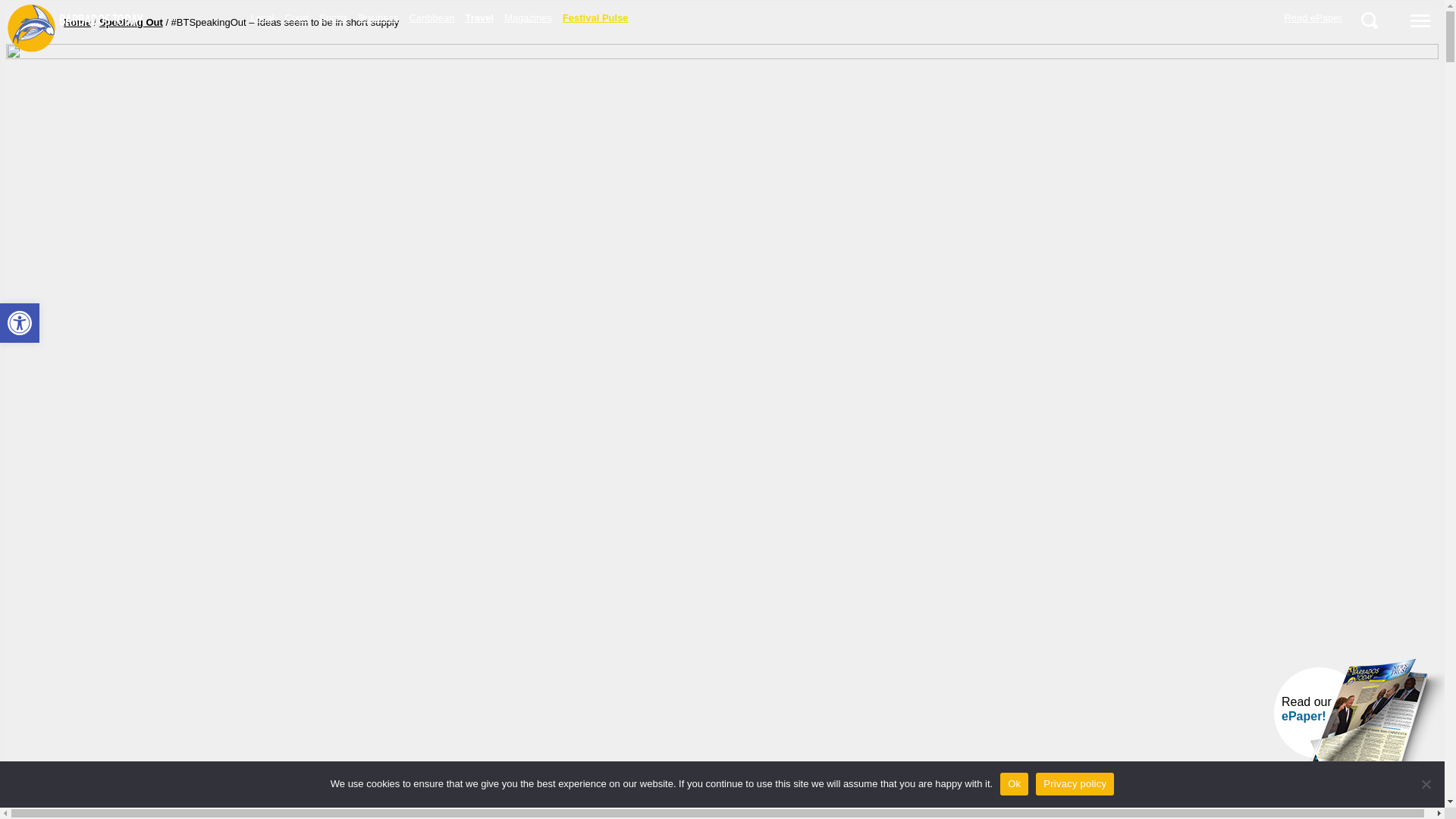 This screenshot has width=1456, height=819. Describe the element at coordinates (556, 17) in the screenshot. I see `'Festival Pulse'` at that location.